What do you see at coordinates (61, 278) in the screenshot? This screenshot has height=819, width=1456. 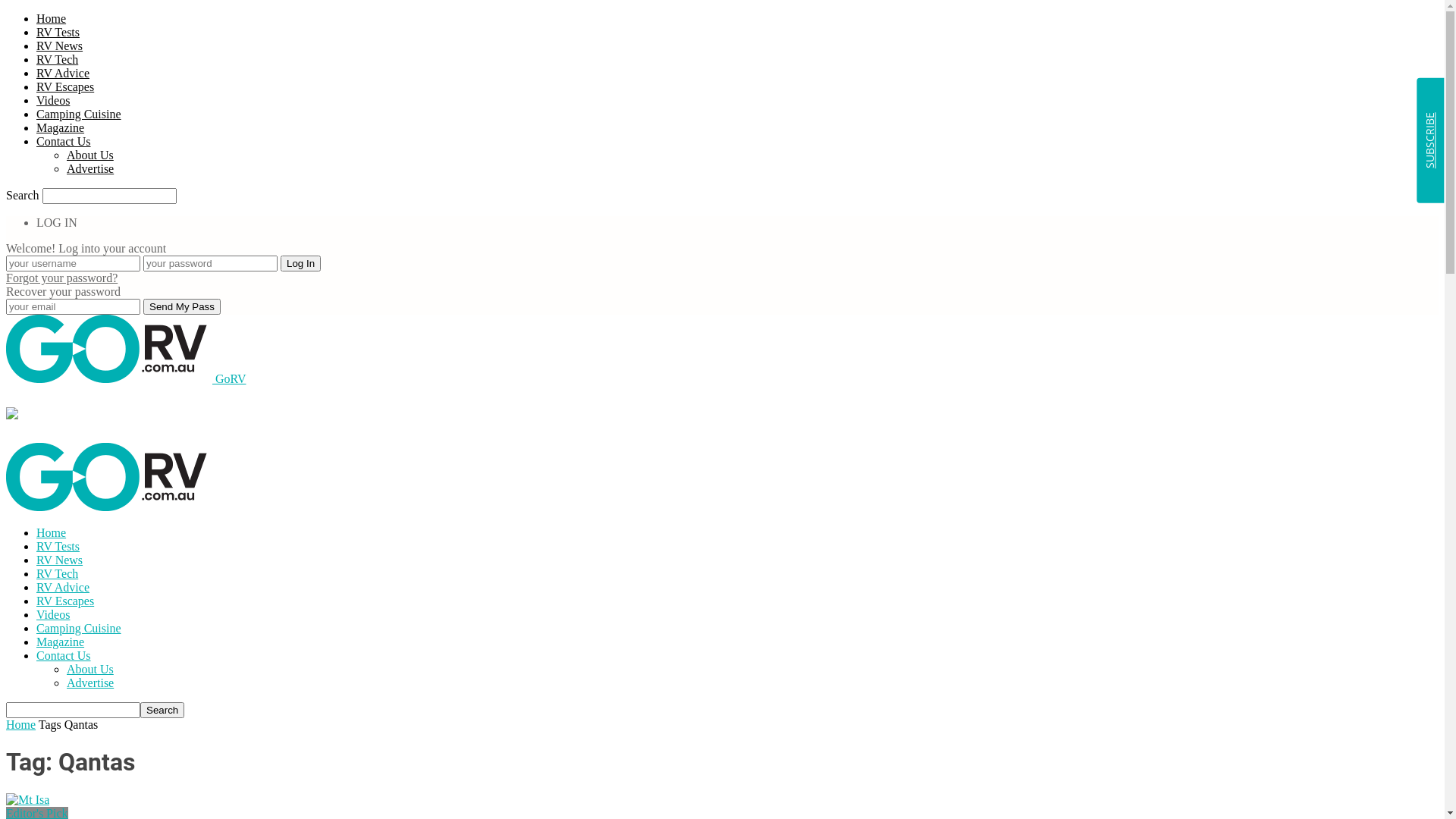 I see `'Forgot your password?'` at bounding box center [61, 278].